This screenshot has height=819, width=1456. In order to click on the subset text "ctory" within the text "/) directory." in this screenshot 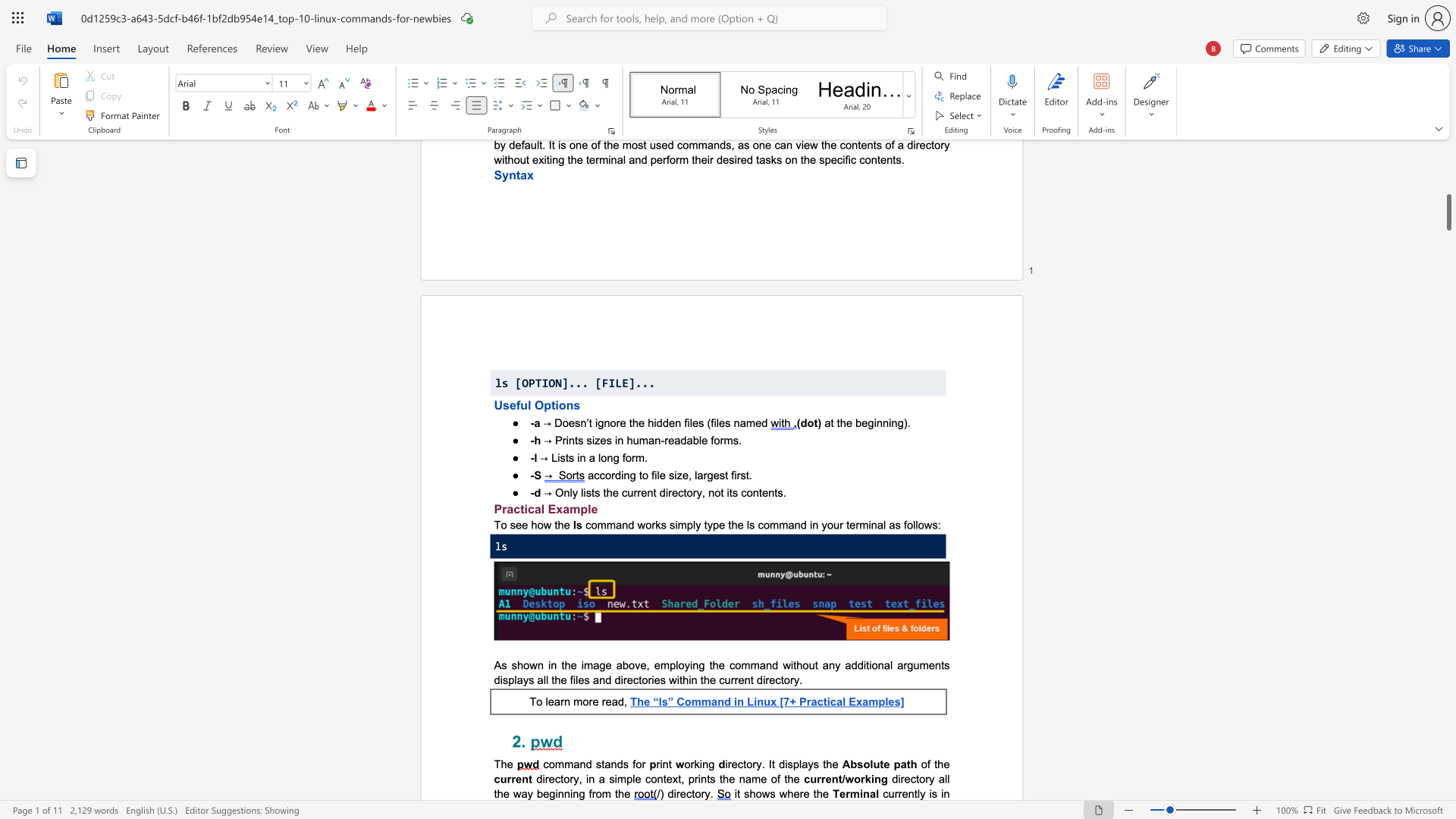, I will do `click(685, 792)`.